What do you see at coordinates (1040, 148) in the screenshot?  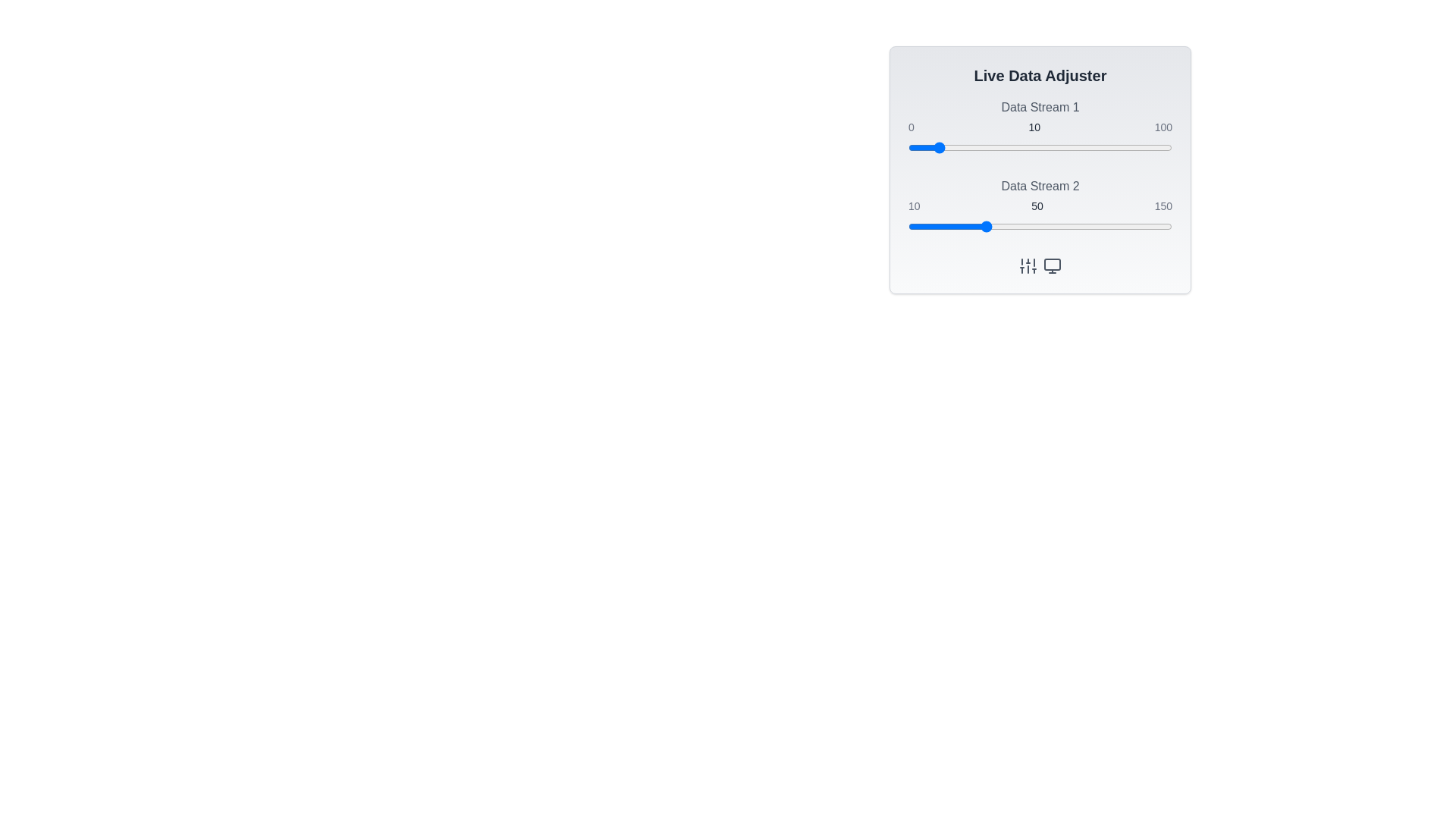 I see `the track of the horizontal slider located within the 'Data Stream 1' section to set the value` at bounding box center [1040, 148].